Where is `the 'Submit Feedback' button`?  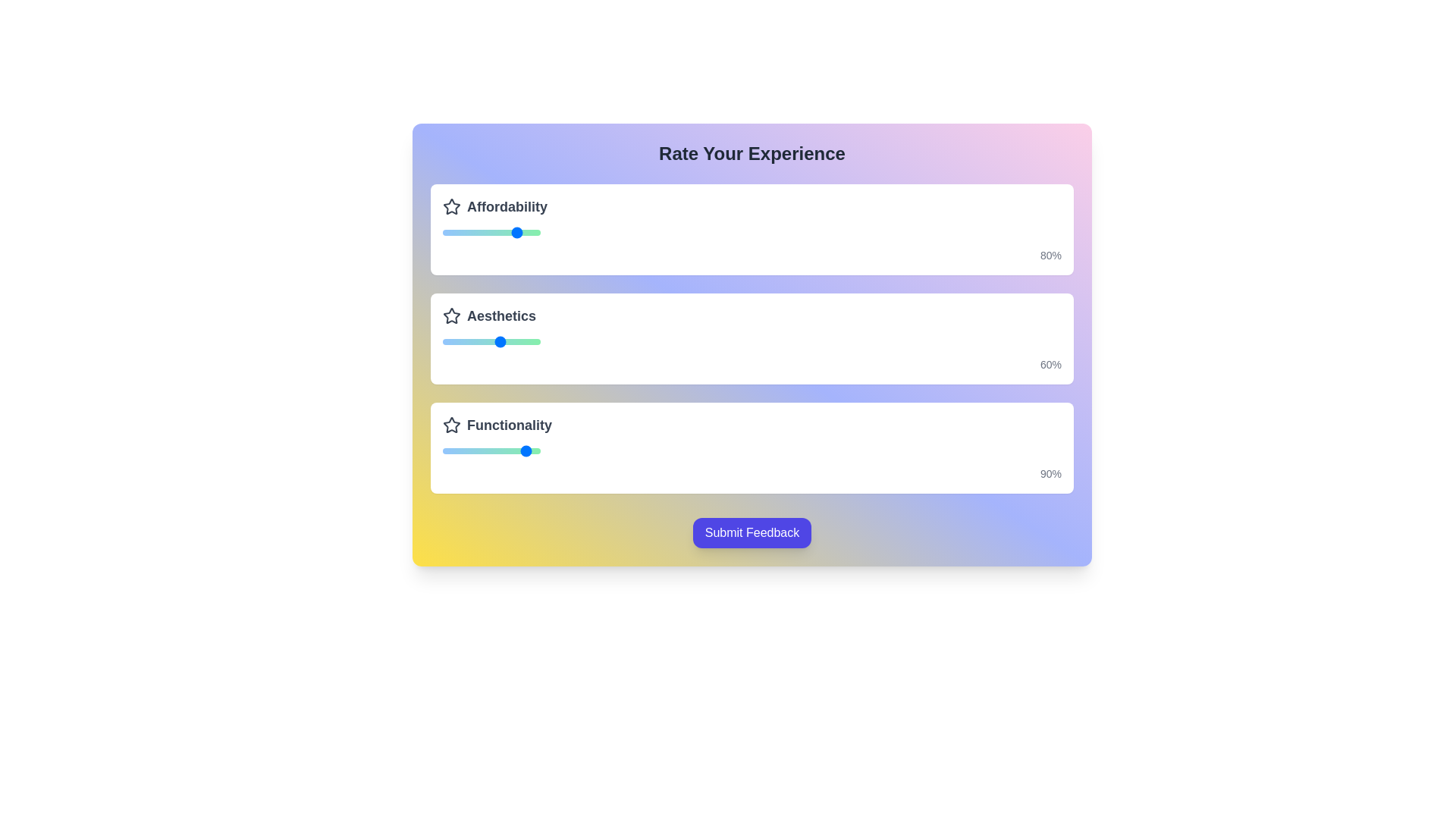
the 'Submit Feedback' button is located at coordinates (752, 532).